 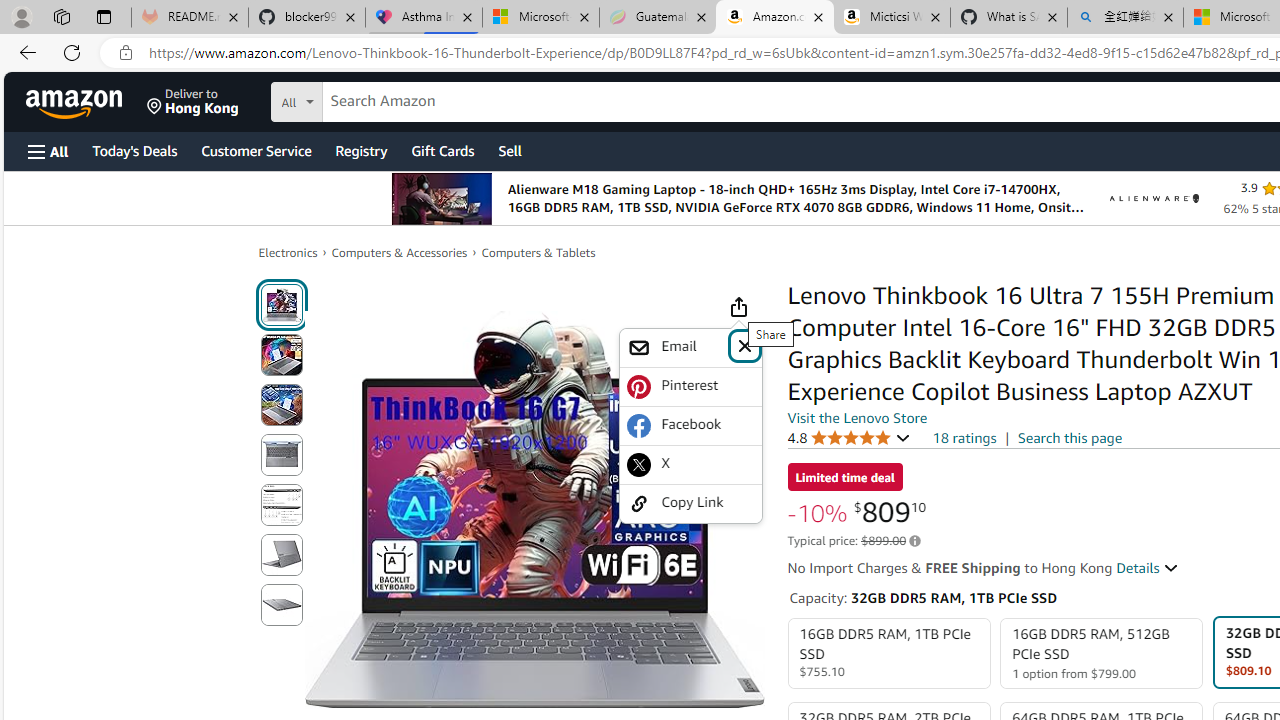 What do you see at coordinates (964, 437) in the screenshot?
I see `'18 ratings'` at bounding box center [964, 437].